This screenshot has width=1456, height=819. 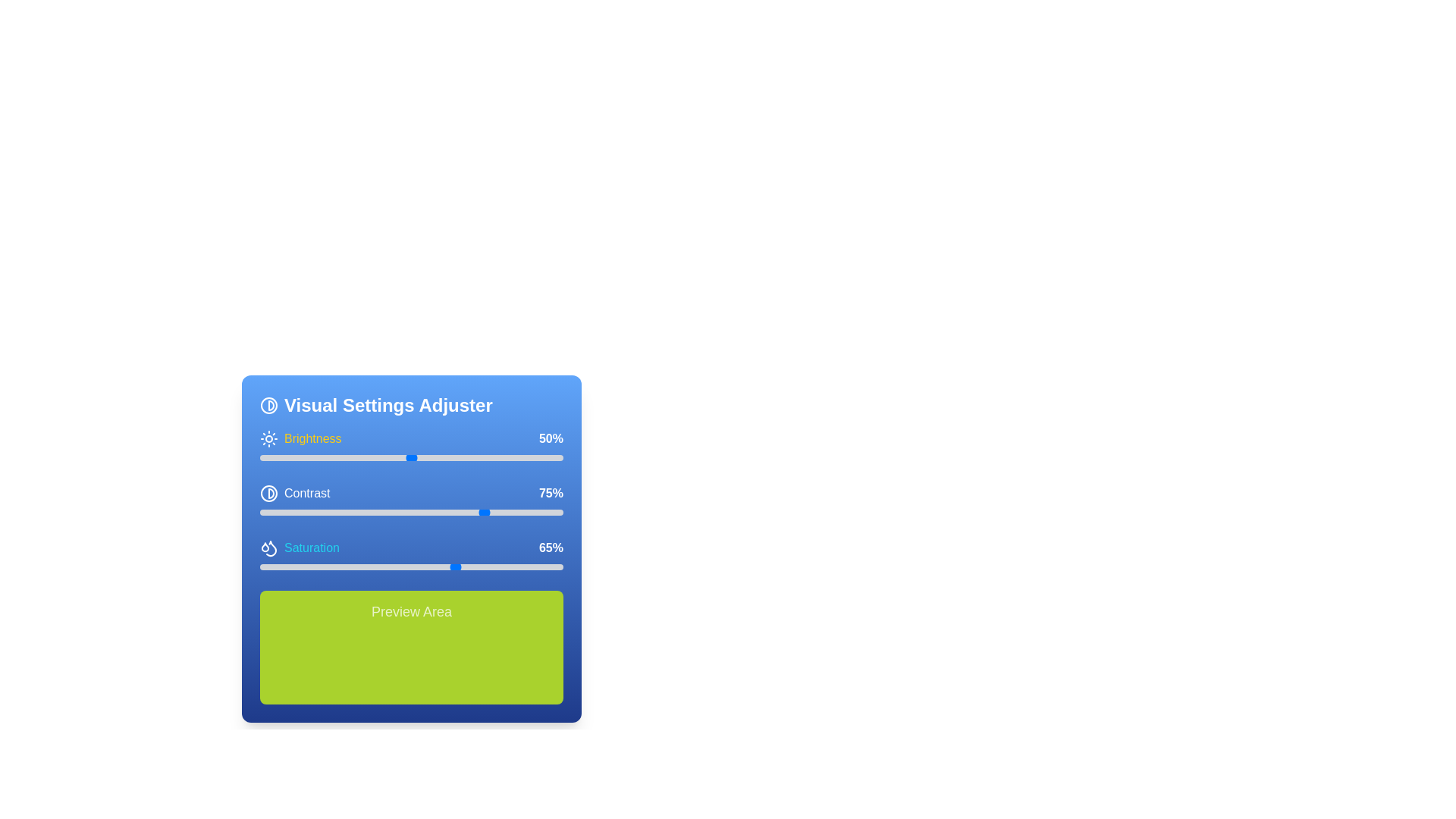 I want to click on the text label that indicates the purpose of the area below it, which is centrally located within a bright green box in the 'Visual Settings Adjuster' panel, so click(x=411, y=610).